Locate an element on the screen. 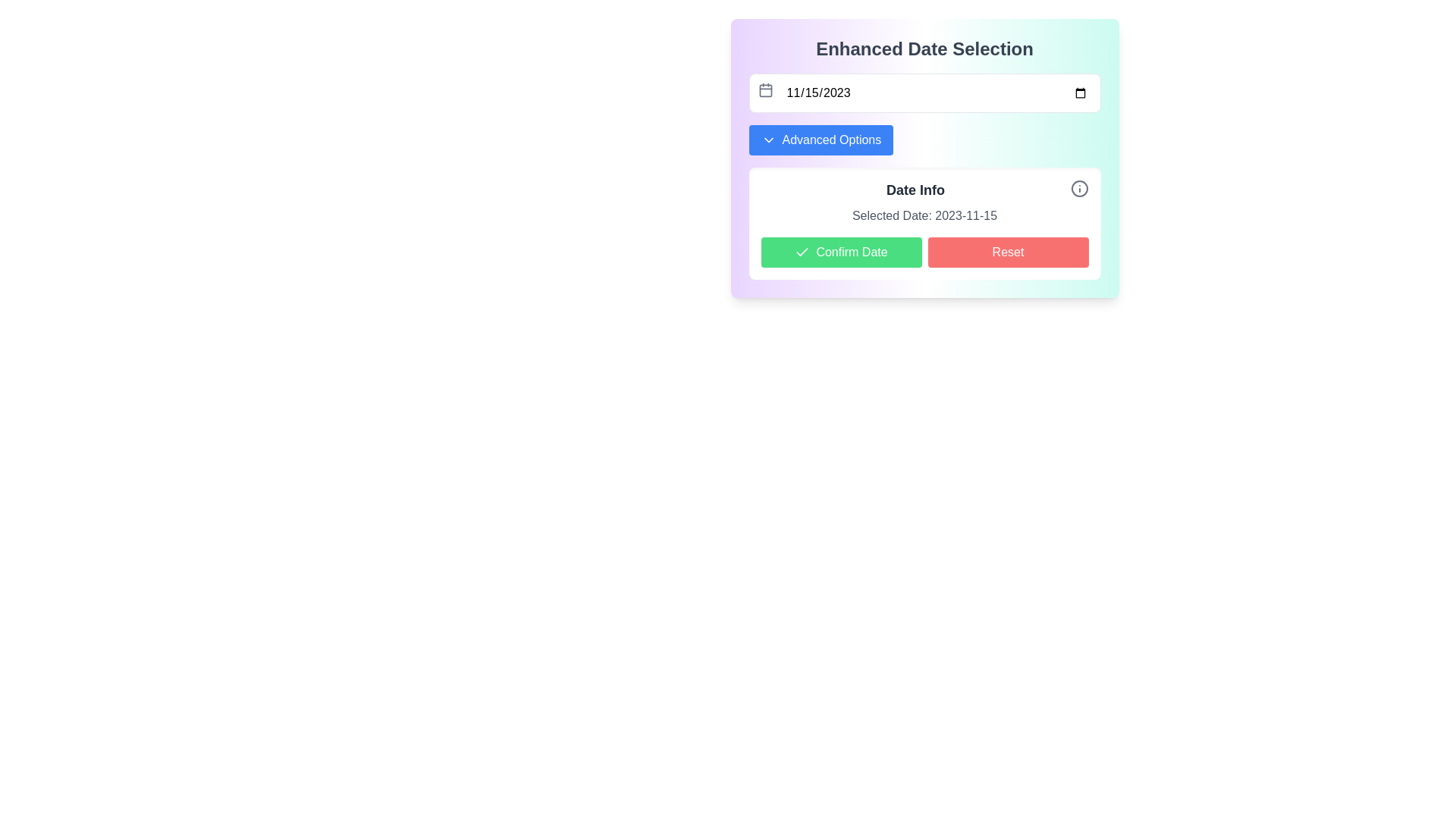 This screenshot has height=819, width=1456. the reset or clear date selection button located is located at coordinates (1008, 251).